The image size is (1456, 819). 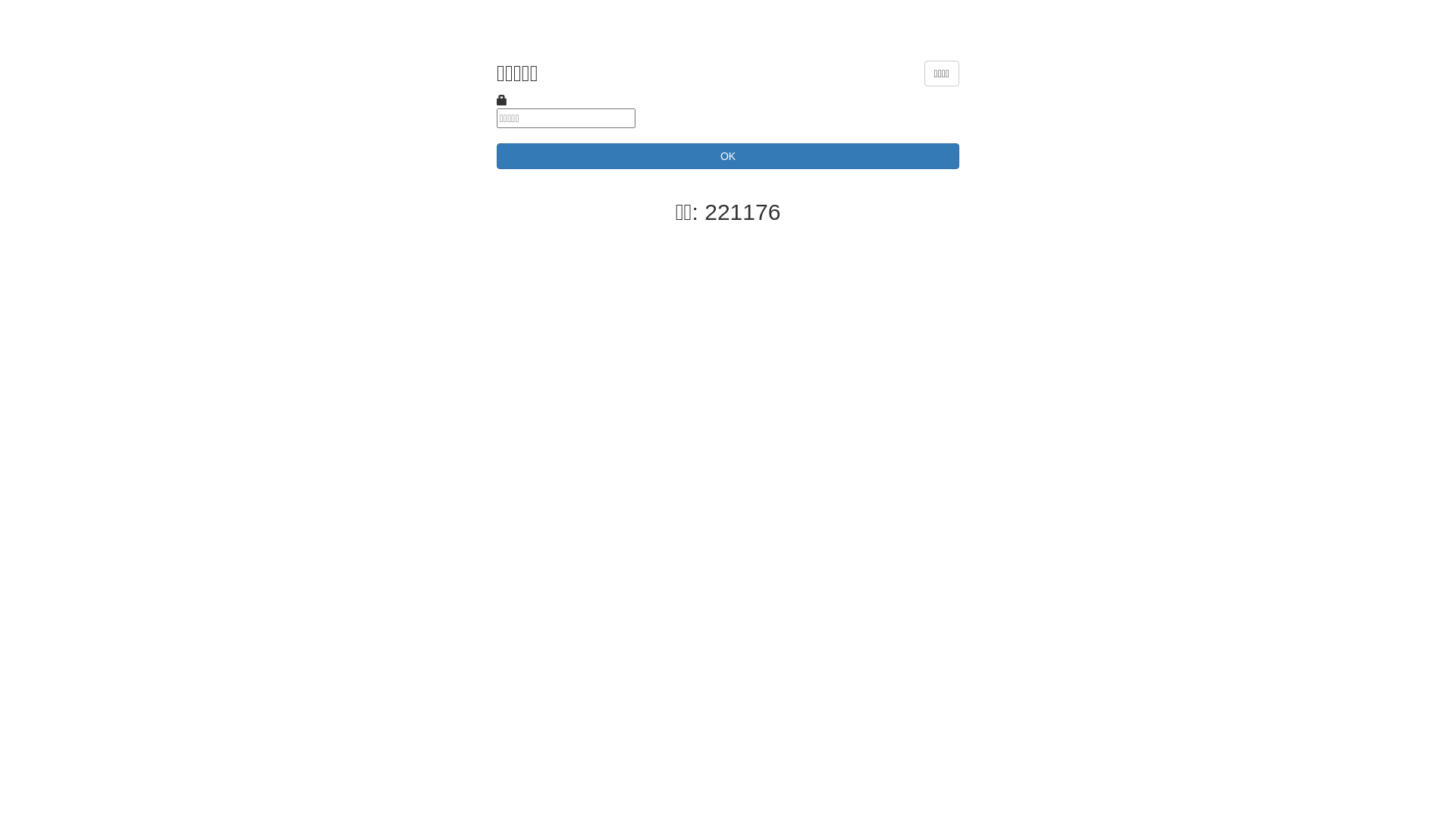 I want to click on 'OK', so click(x=728, y=155).